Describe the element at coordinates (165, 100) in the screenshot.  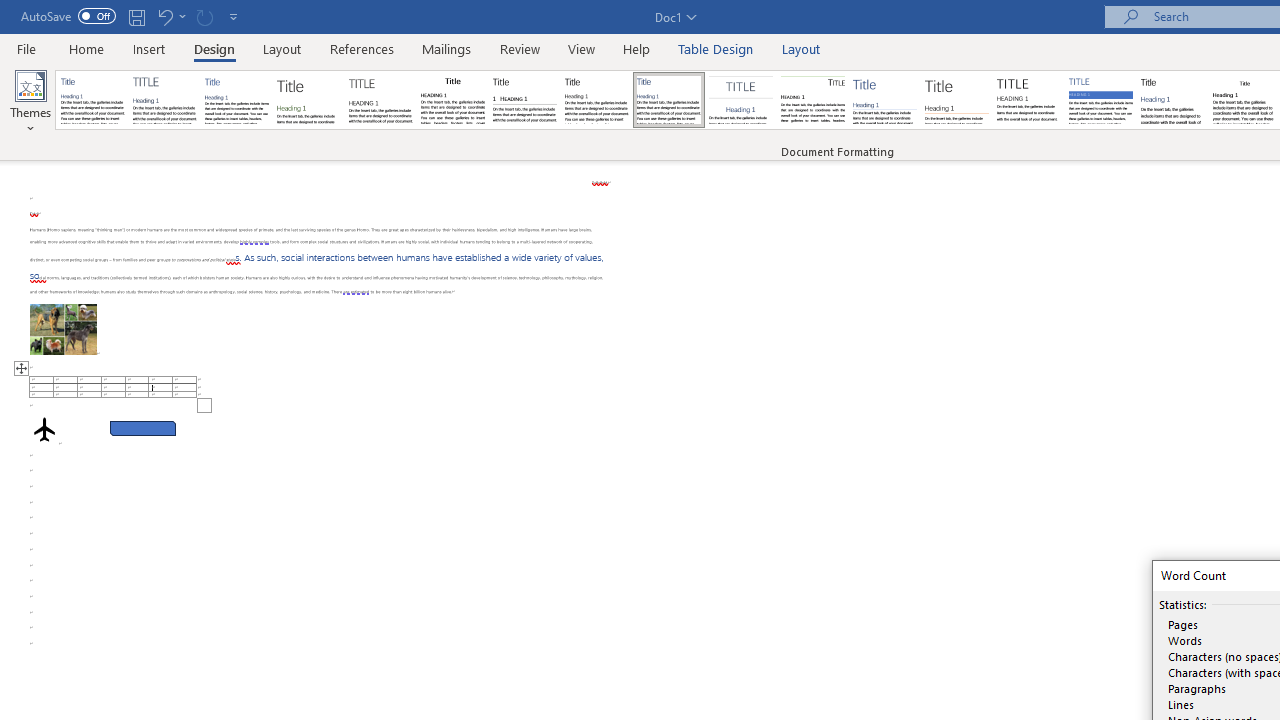
I see `'Basic (Elegant)'` at that location.